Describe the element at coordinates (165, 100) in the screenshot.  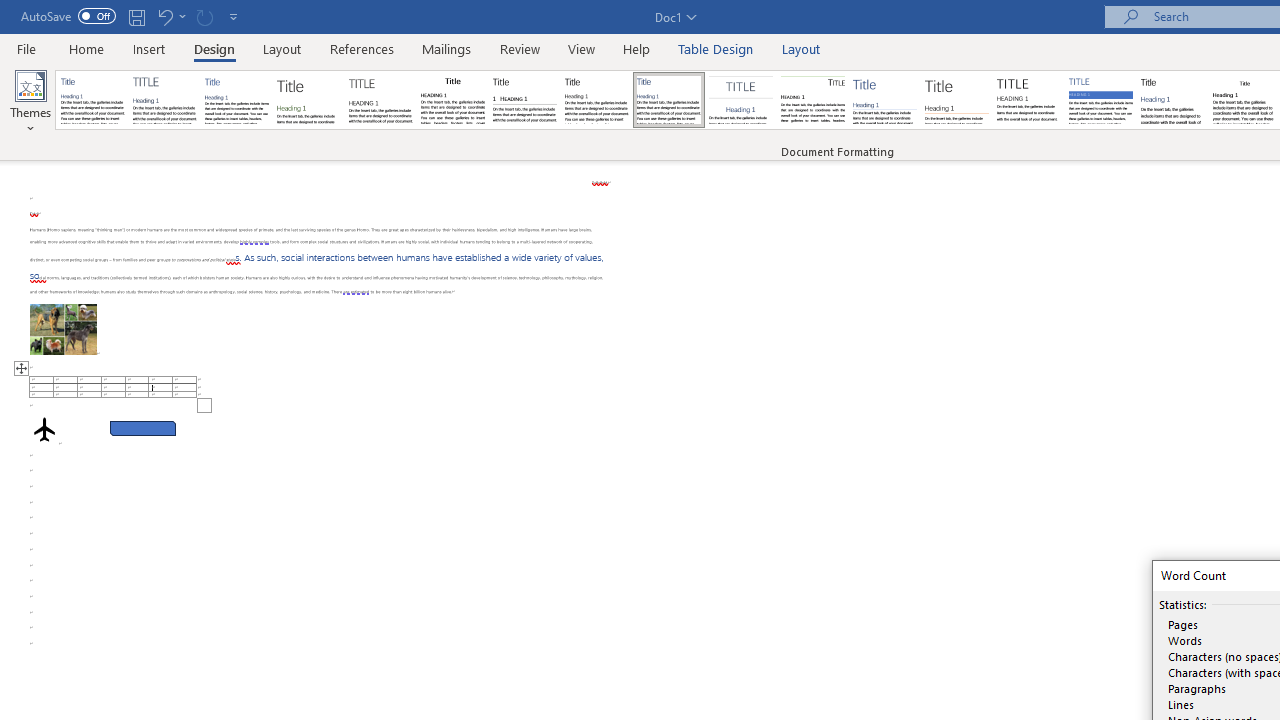
I see `'Basic (Elegant)'` at that location.